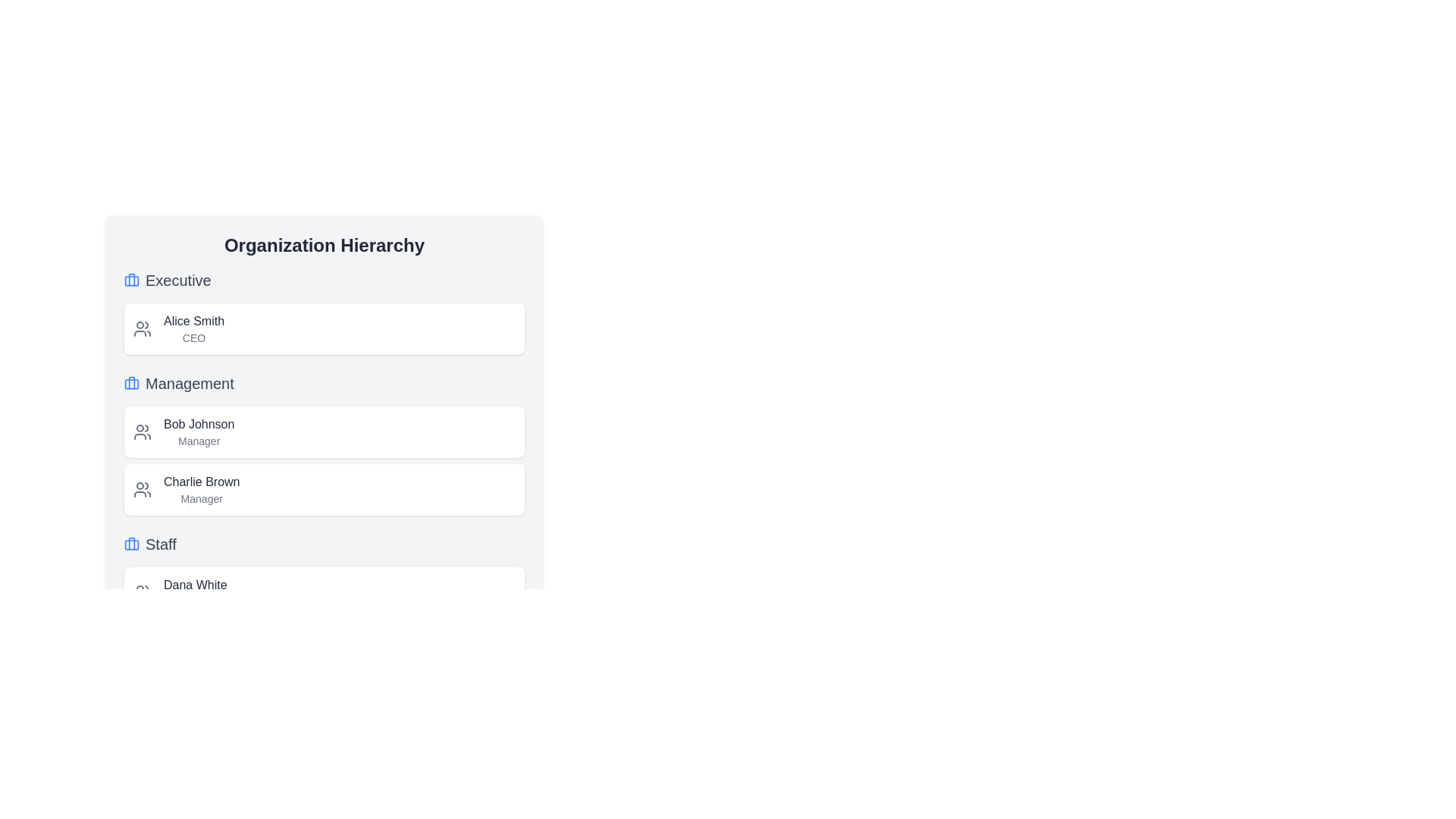 Image resolution: width=1456 pixels, height=819 pixels. Describe the element at coordinates (178, 281) in the screenshot. I see `the 'Executive' text label, which is prominently styled with a large font size and medium weight, following a blue briefcase icon in the executive section` at that location.